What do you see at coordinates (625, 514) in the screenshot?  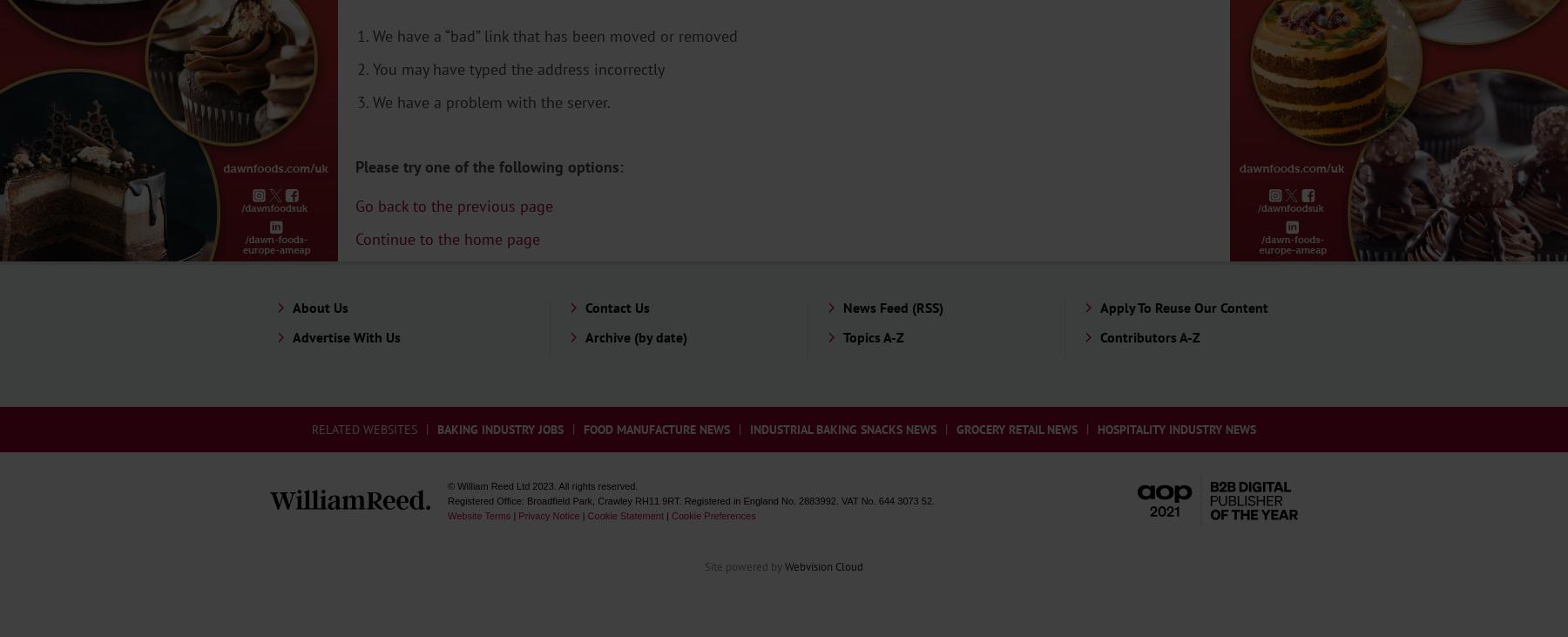 I see `'Cookie Statement'` at bounding box center [625, 514].